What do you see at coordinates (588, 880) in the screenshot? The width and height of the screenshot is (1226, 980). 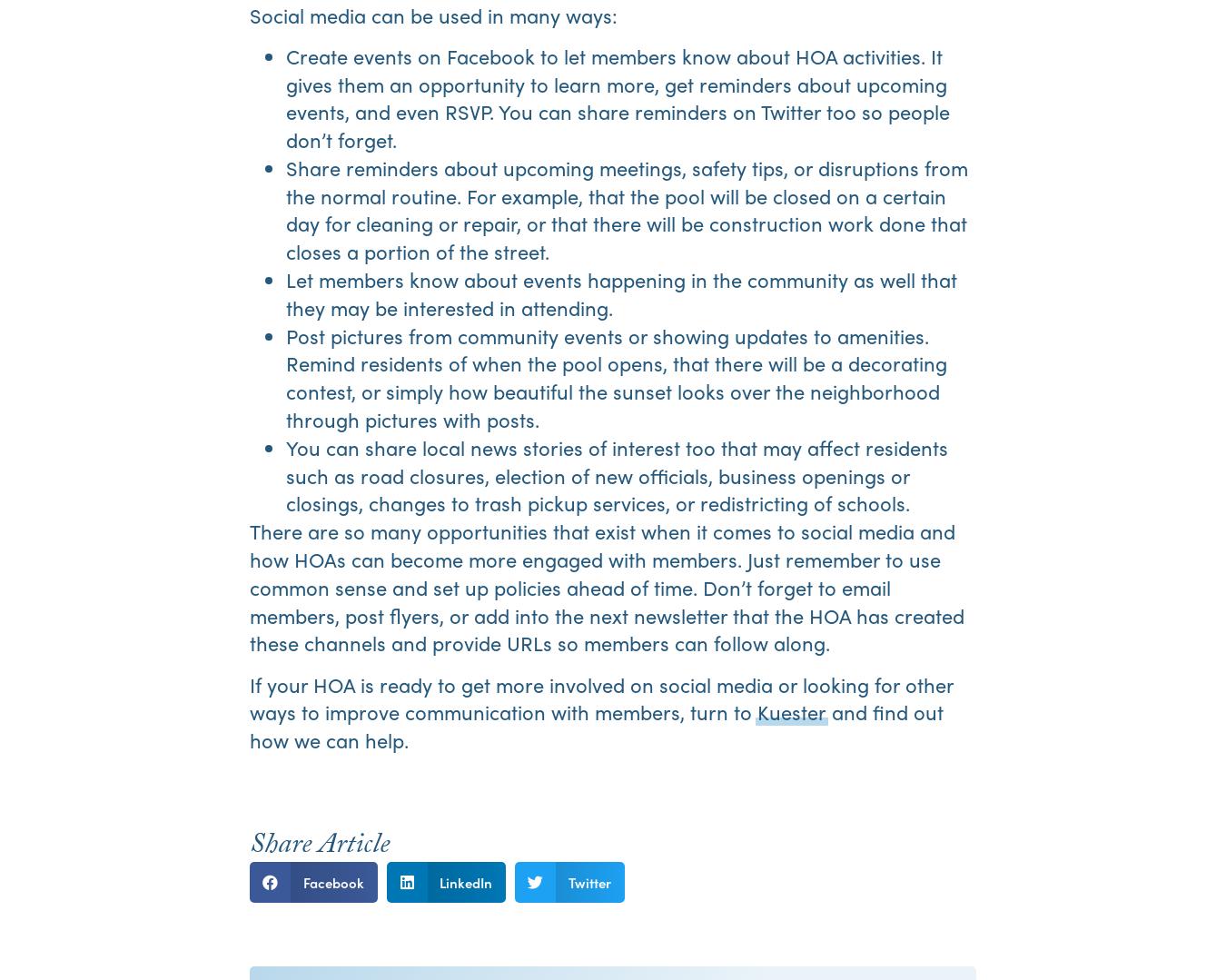 I see `'Twitter'` at bounding box center [588, 880].